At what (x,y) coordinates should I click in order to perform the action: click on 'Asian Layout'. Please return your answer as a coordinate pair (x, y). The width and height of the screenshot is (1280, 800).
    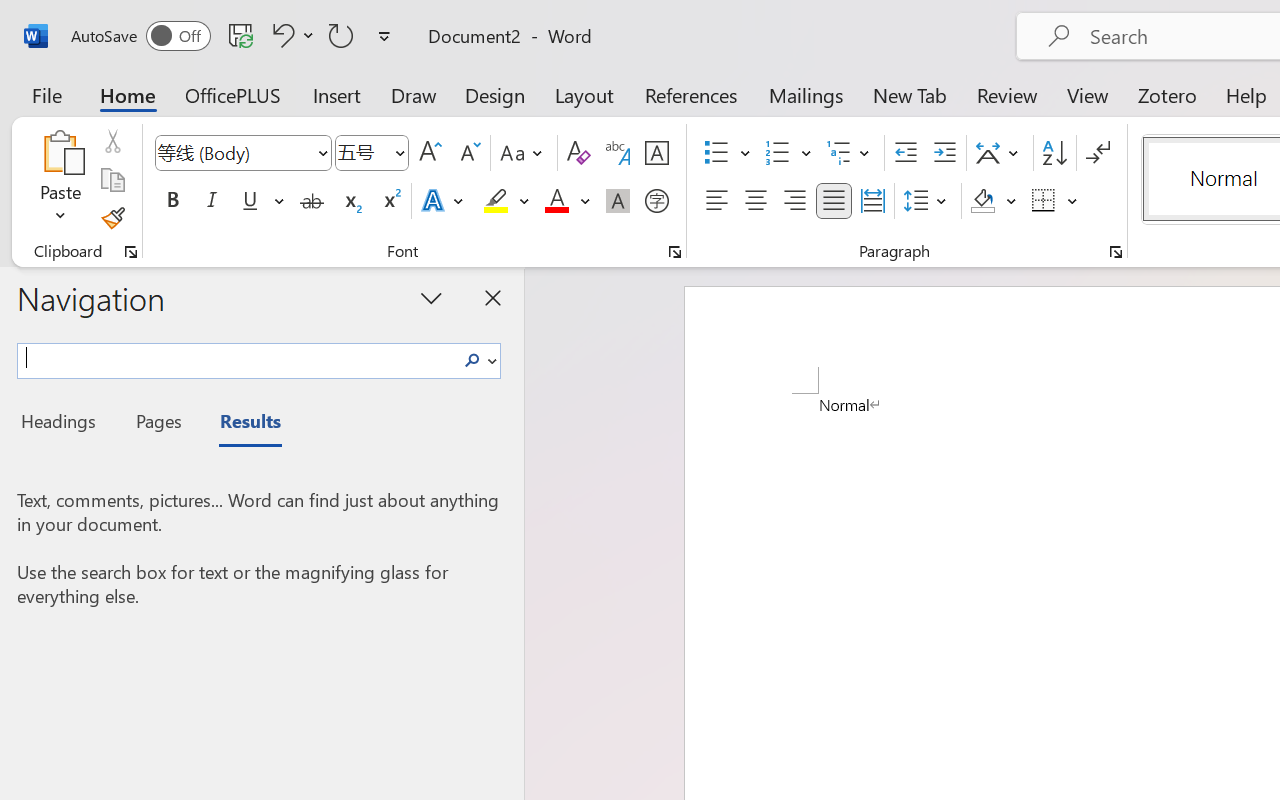
    Looking at the image, I should click on (1000, 153).